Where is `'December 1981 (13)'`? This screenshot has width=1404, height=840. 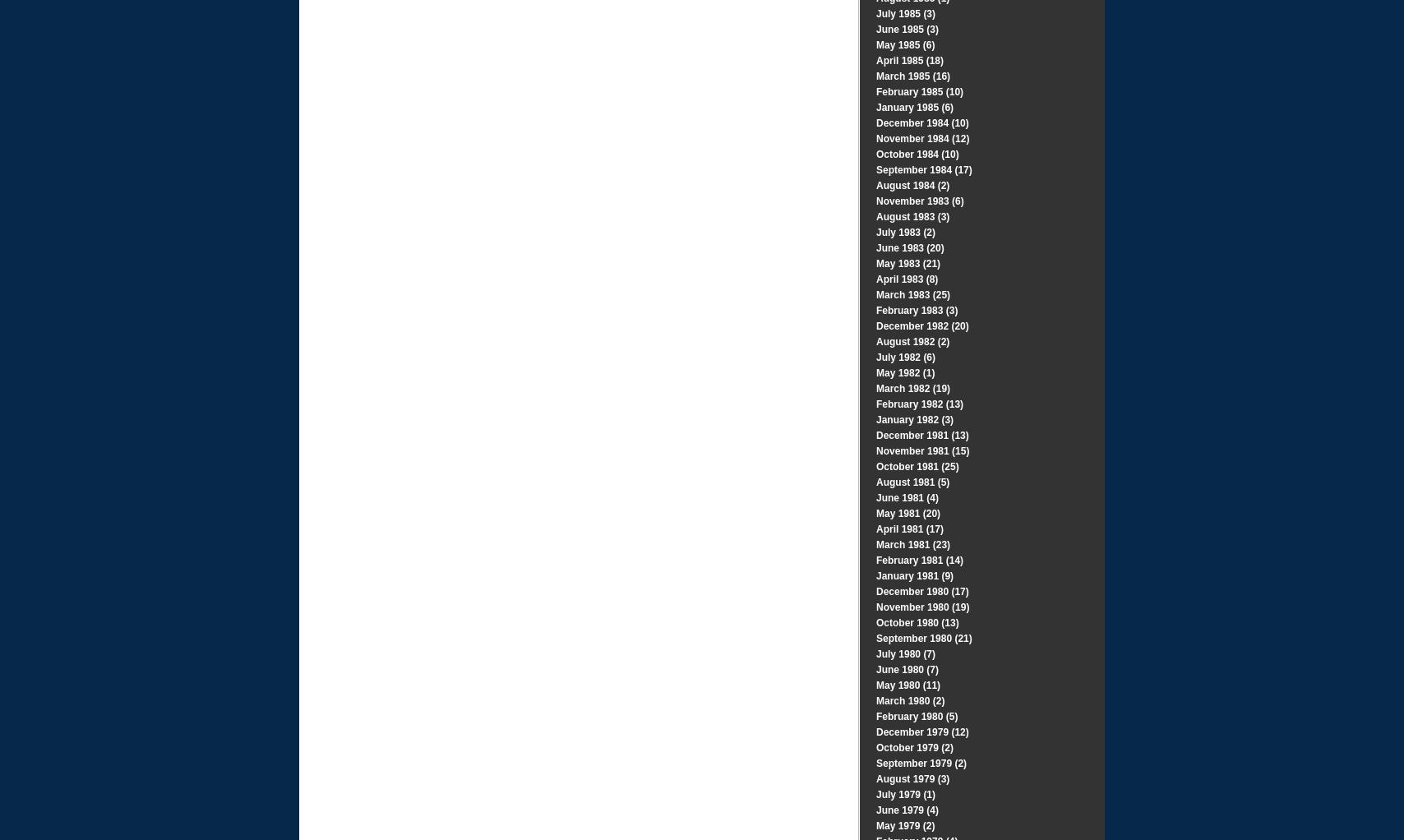 'December 1981 (13)' is located at coordinates (875, 435).